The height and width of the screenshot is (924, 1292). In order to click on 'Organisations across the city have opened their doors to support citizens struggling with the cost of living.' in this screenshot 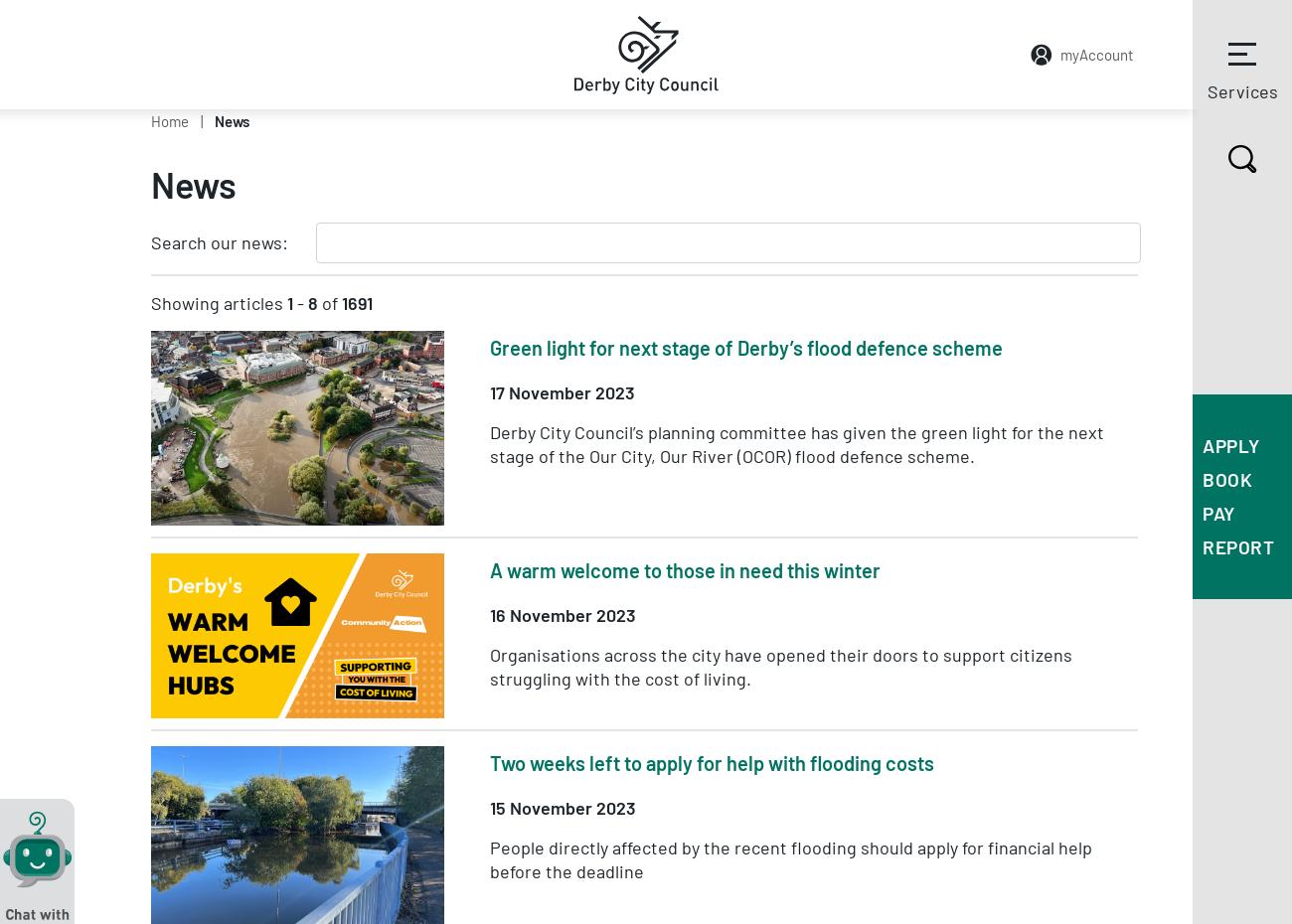, I will do `click(779, 664)`.